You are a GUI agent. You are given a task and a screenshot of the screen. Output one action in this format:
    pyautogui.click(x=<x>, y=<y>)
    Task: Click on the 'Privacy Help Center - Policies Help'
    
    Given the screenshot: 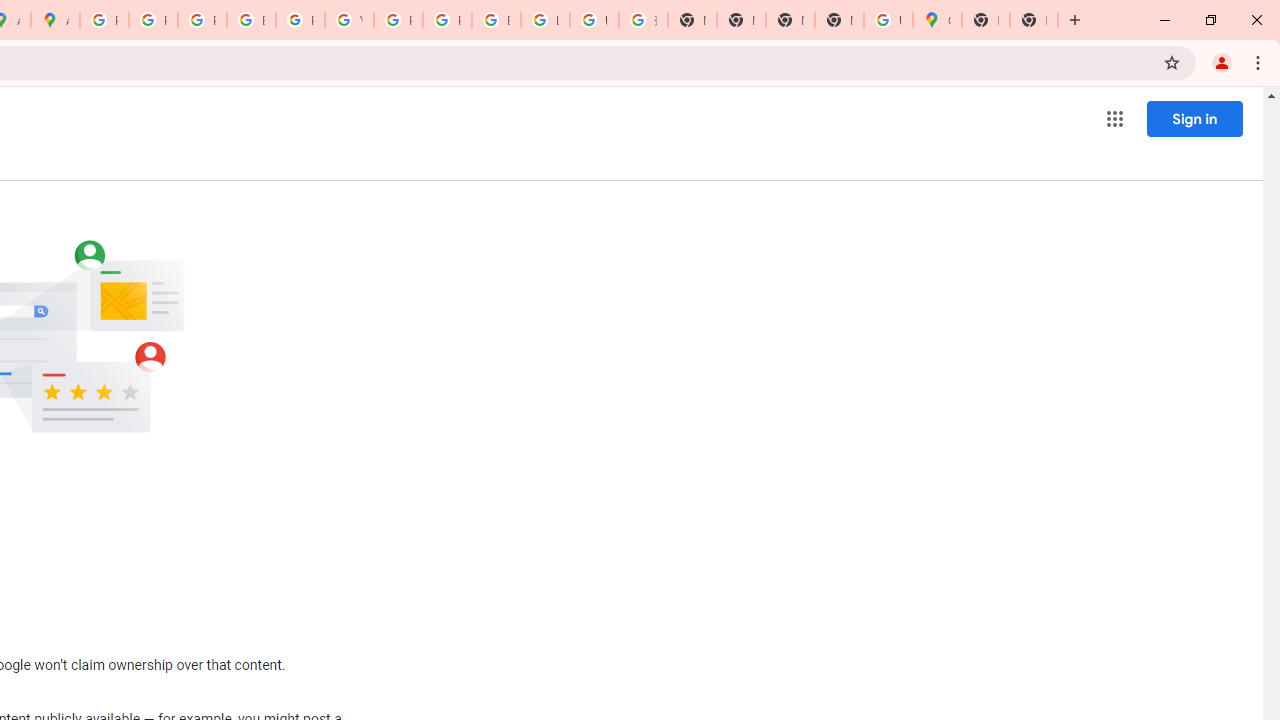 What is the action you would take?
    pyautogui.click(x=202, y=20)
    